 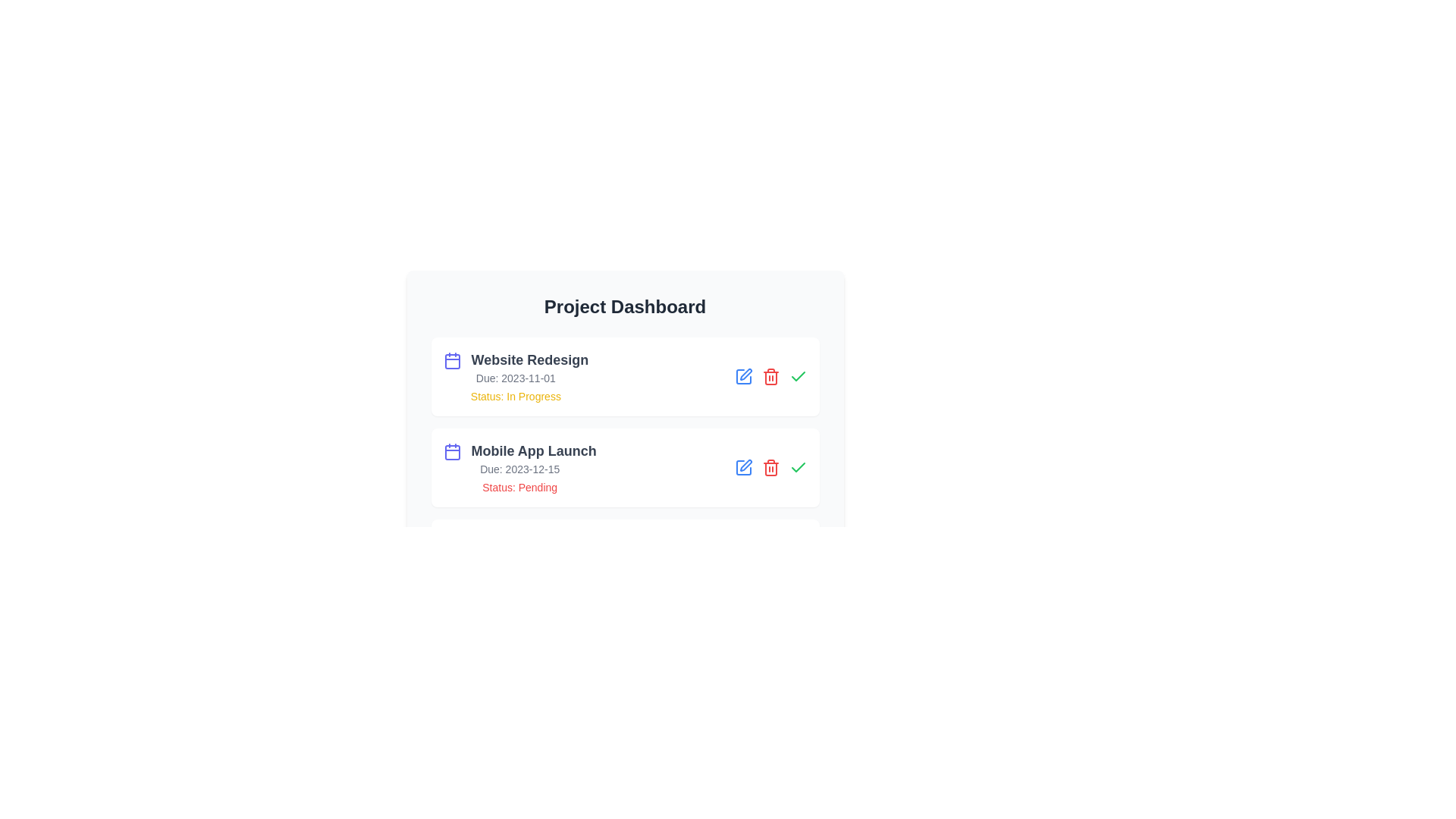 I want to click on the project Website Redesign by clicking its associated delete button, so click(x=770, y=376).